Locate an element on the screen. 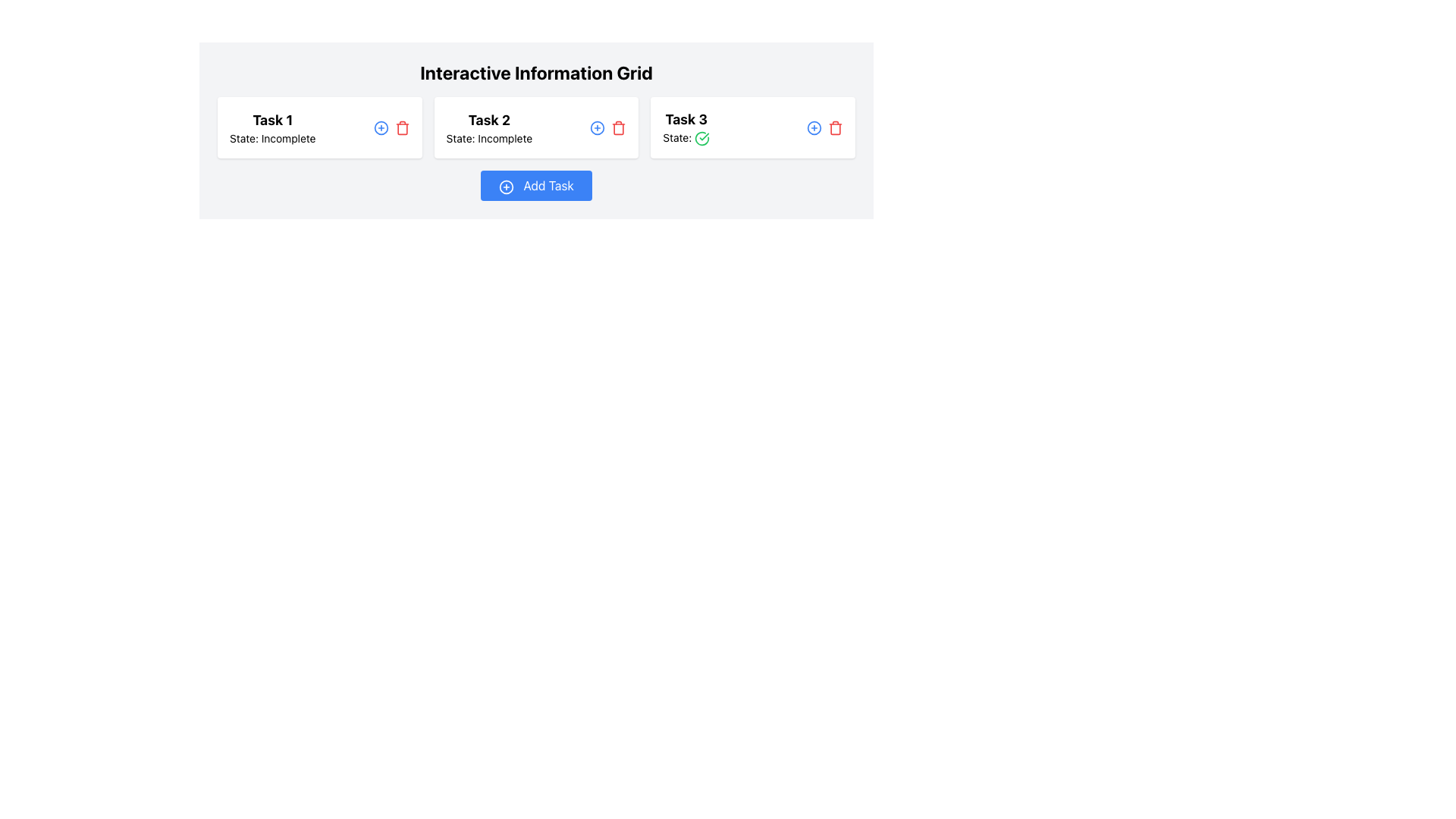  the trash bin button located in the third task card under the label 'Task 3' is located at coordinates (834, 127).